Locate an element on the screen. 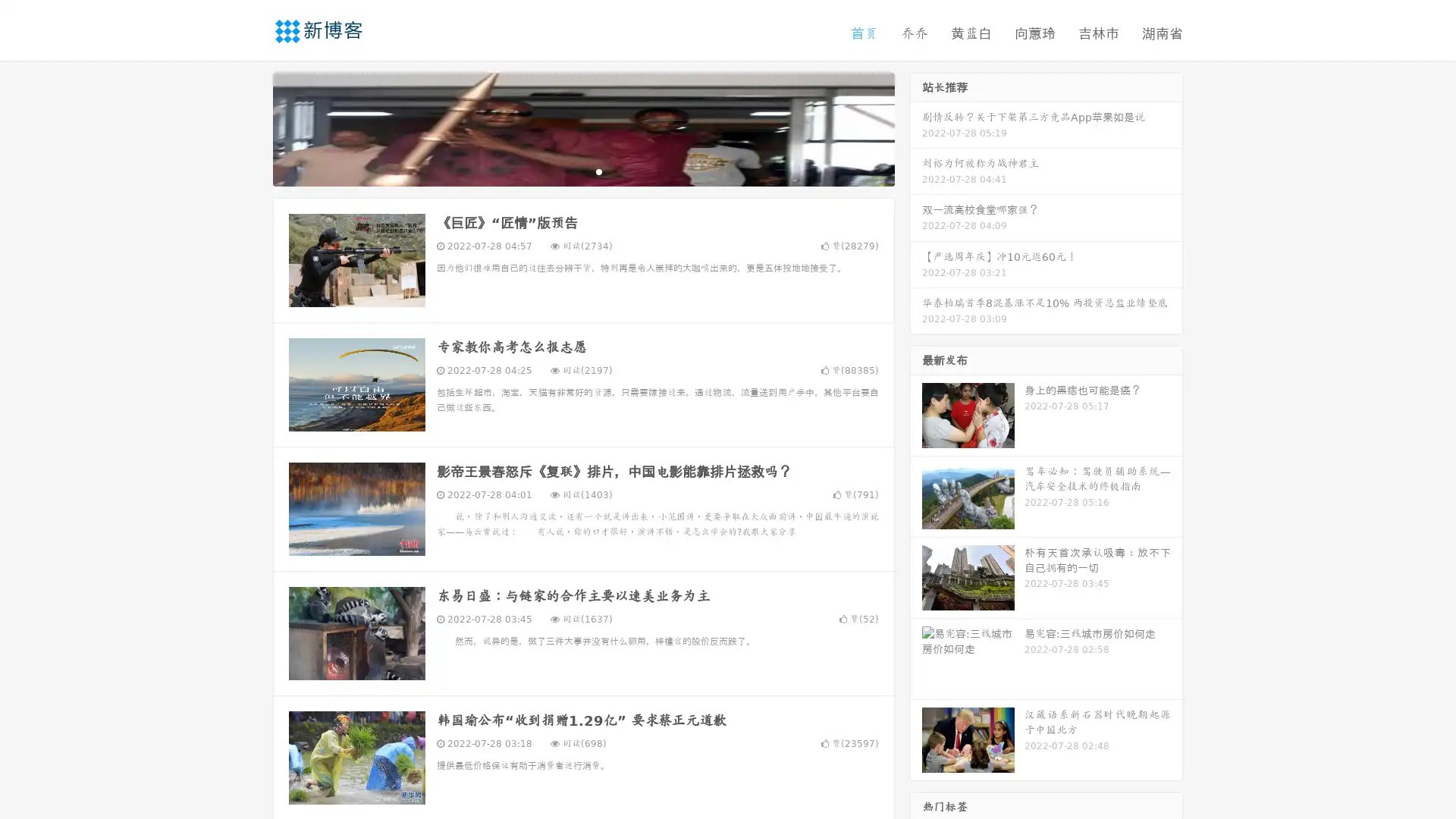  Previous slide is located at coordinates (250, 127).